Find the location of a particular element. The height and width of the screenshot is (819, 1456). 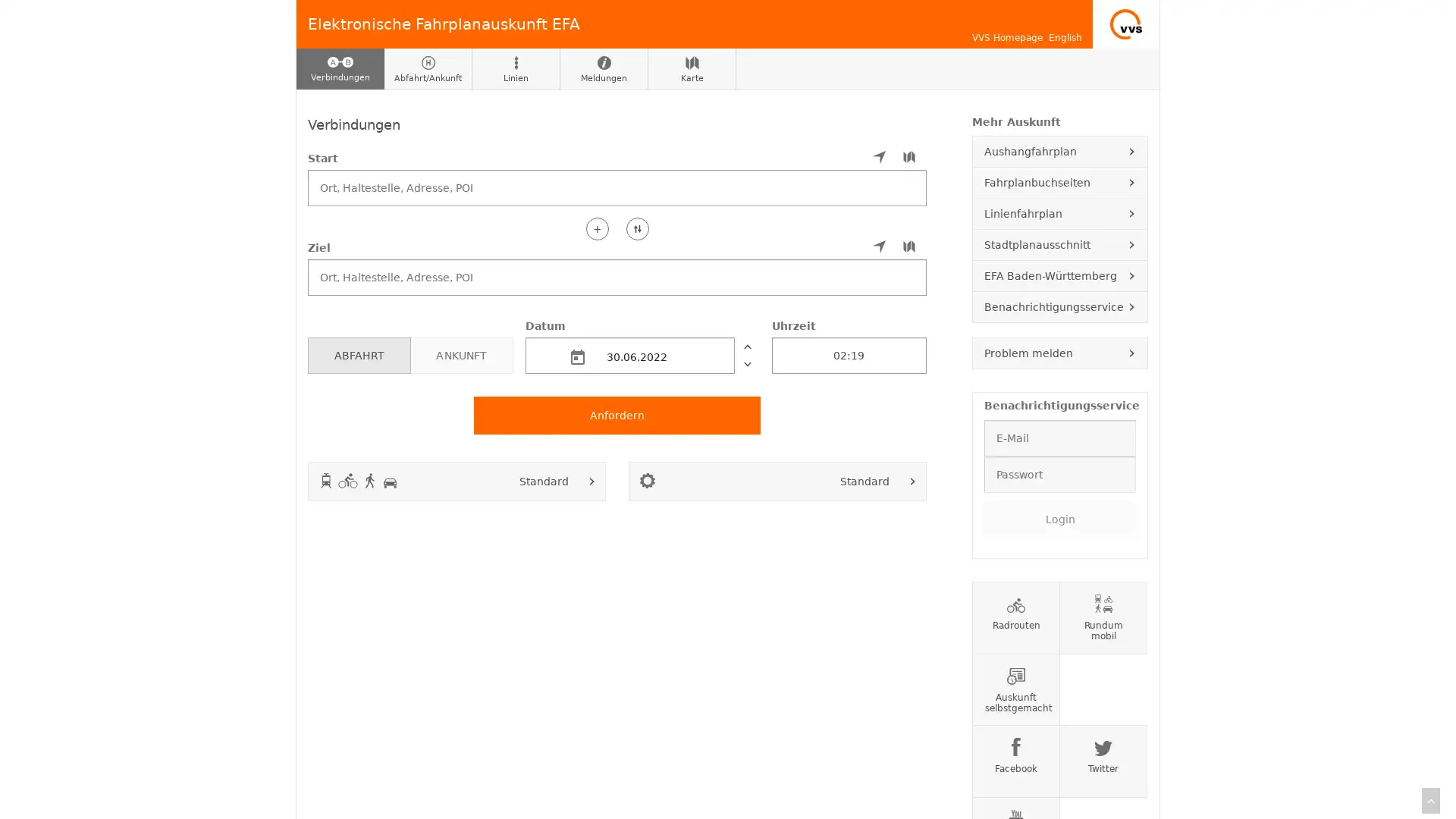

Login is located at coordinates (1059, 517).